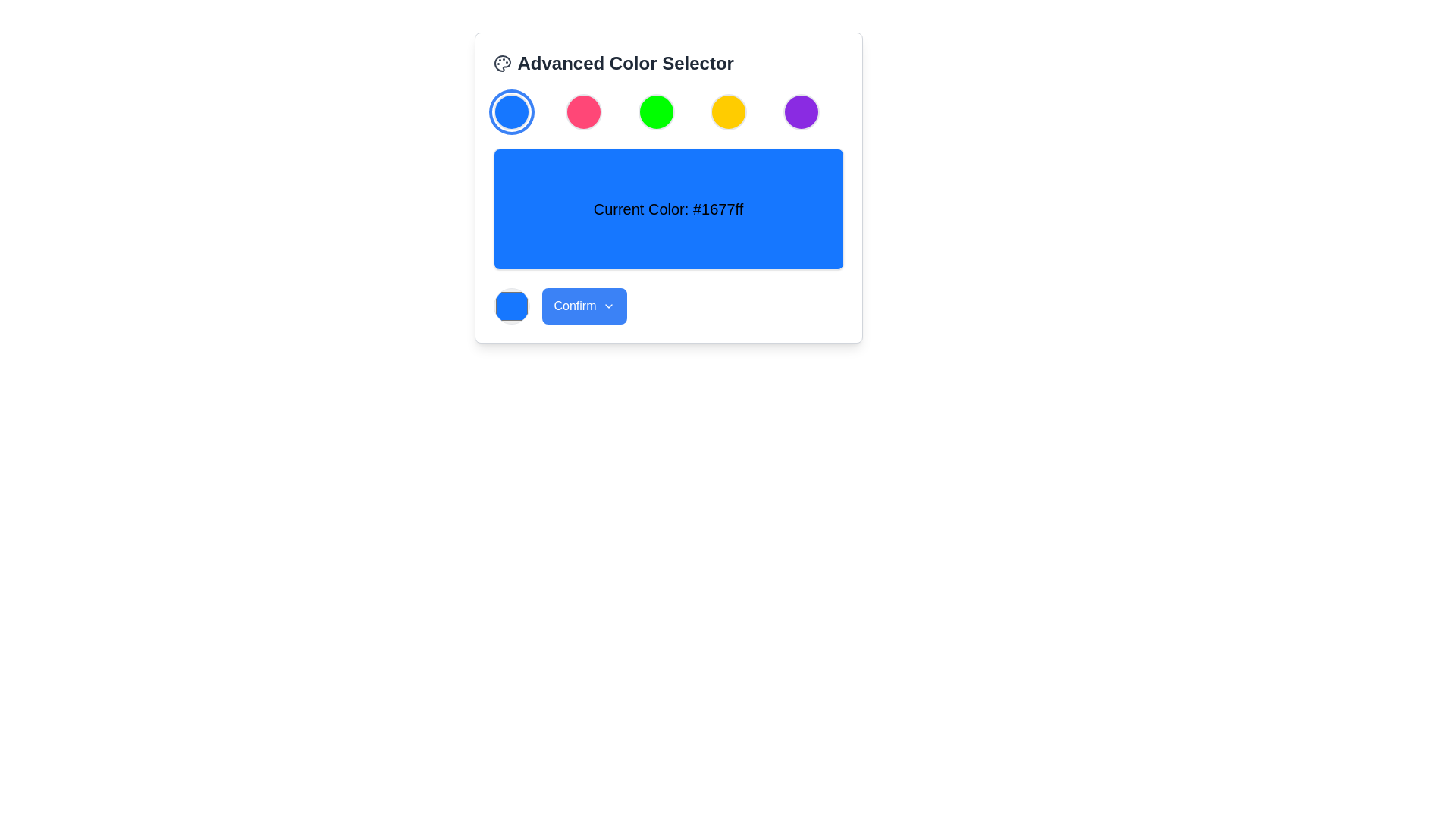 The height and width of the screenshot is (819, 1456). I want to click on the circular yellow button, which is the fourth button from the left in a row of five, positioned above the 'Current Color' box, to visualize the tooltip or effects, so click(729, 111).